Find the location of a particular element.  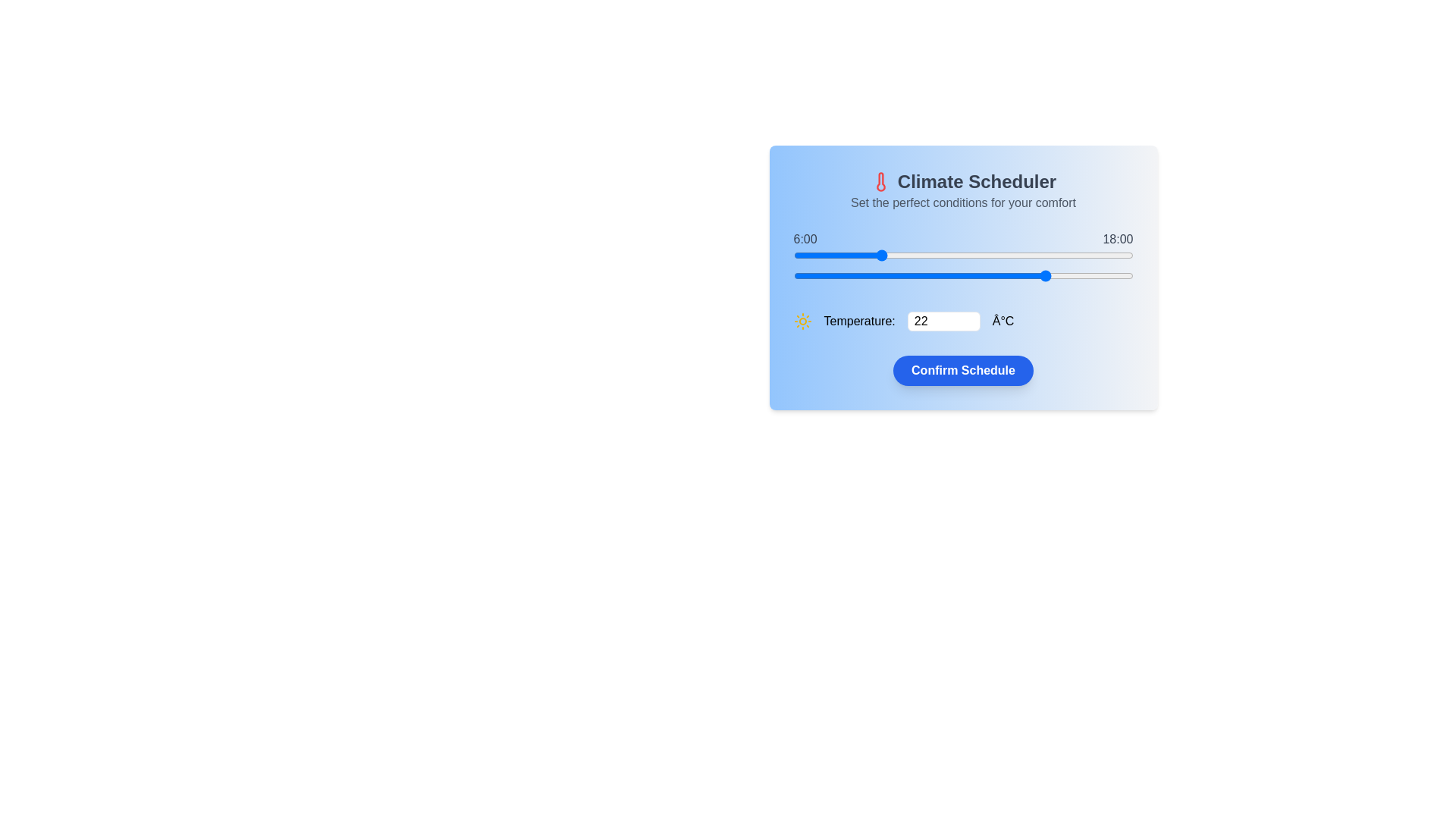

the prominently styled textual header 'Climate Scheduler' with a red thermometer icon to its left is located at coordinates (962, 180).